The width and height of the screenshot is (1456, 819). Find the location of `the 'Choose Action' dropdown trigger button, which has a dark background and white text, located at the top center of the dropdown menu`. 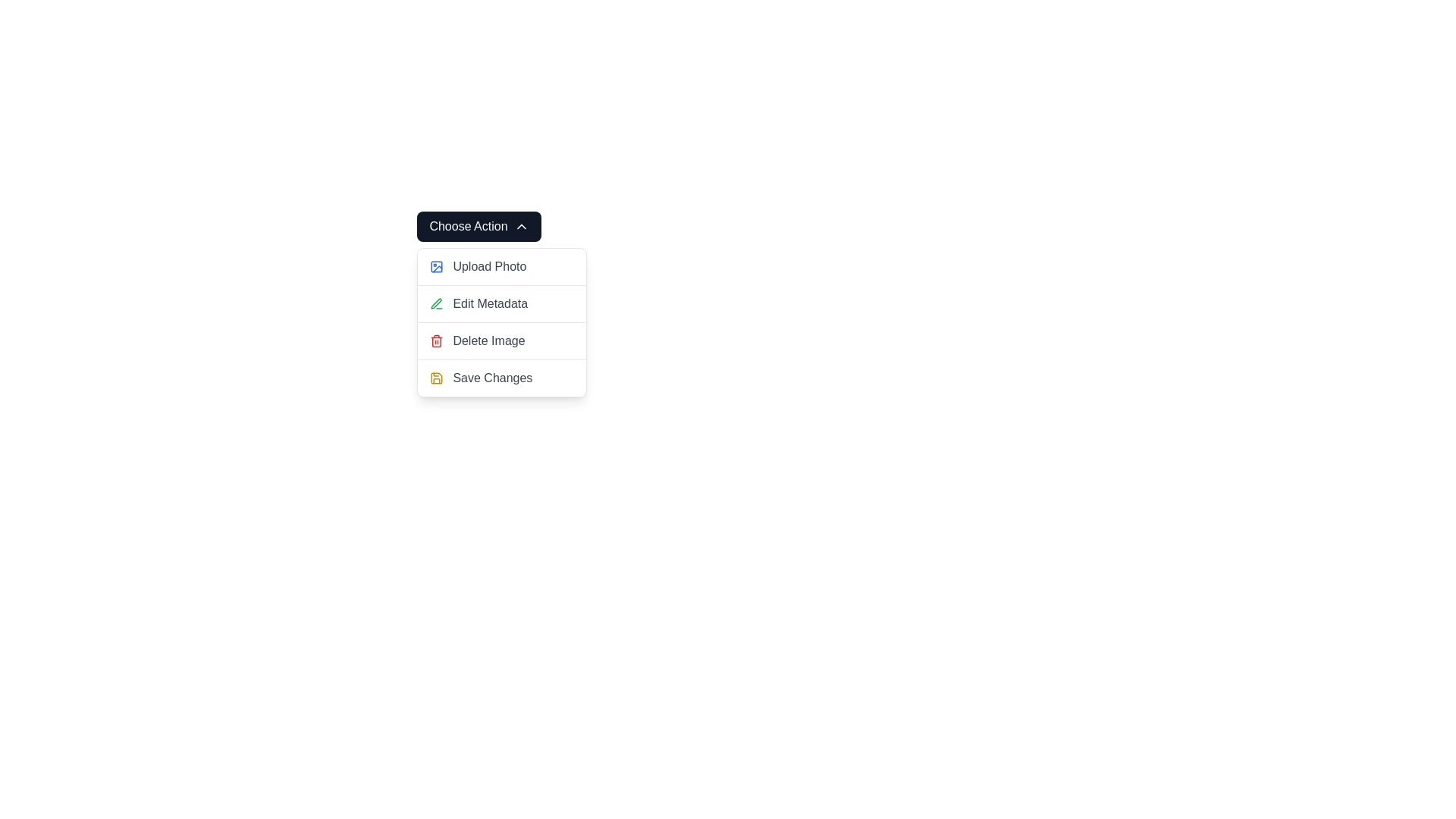

the 'Choose Action' dropdown trigger button, which has a dark background and white text, located at the top center of the dropdown menu is located at coordinates (479, 227).